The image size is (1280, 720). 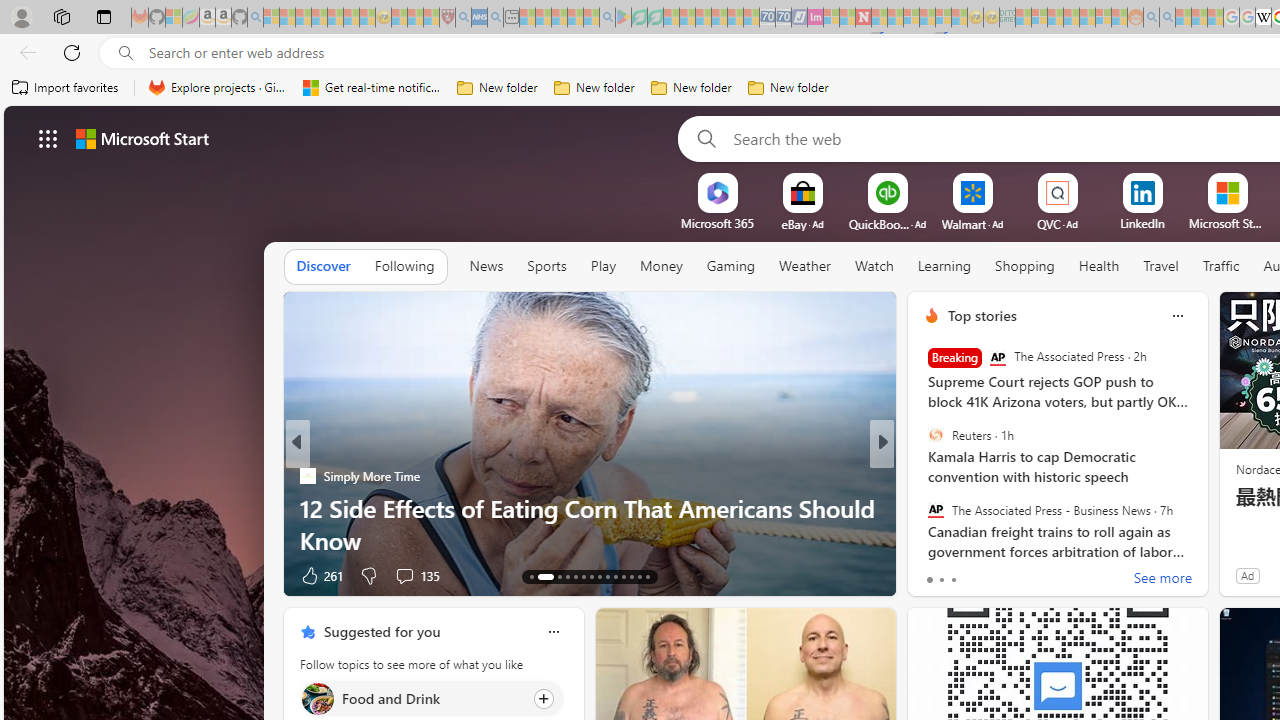 What do you see at coordinates (879, 17) in the screenshot?
I see `'Trusted Community Engagement and Contributions | Guidelines'` at bounding box center [879, 17].